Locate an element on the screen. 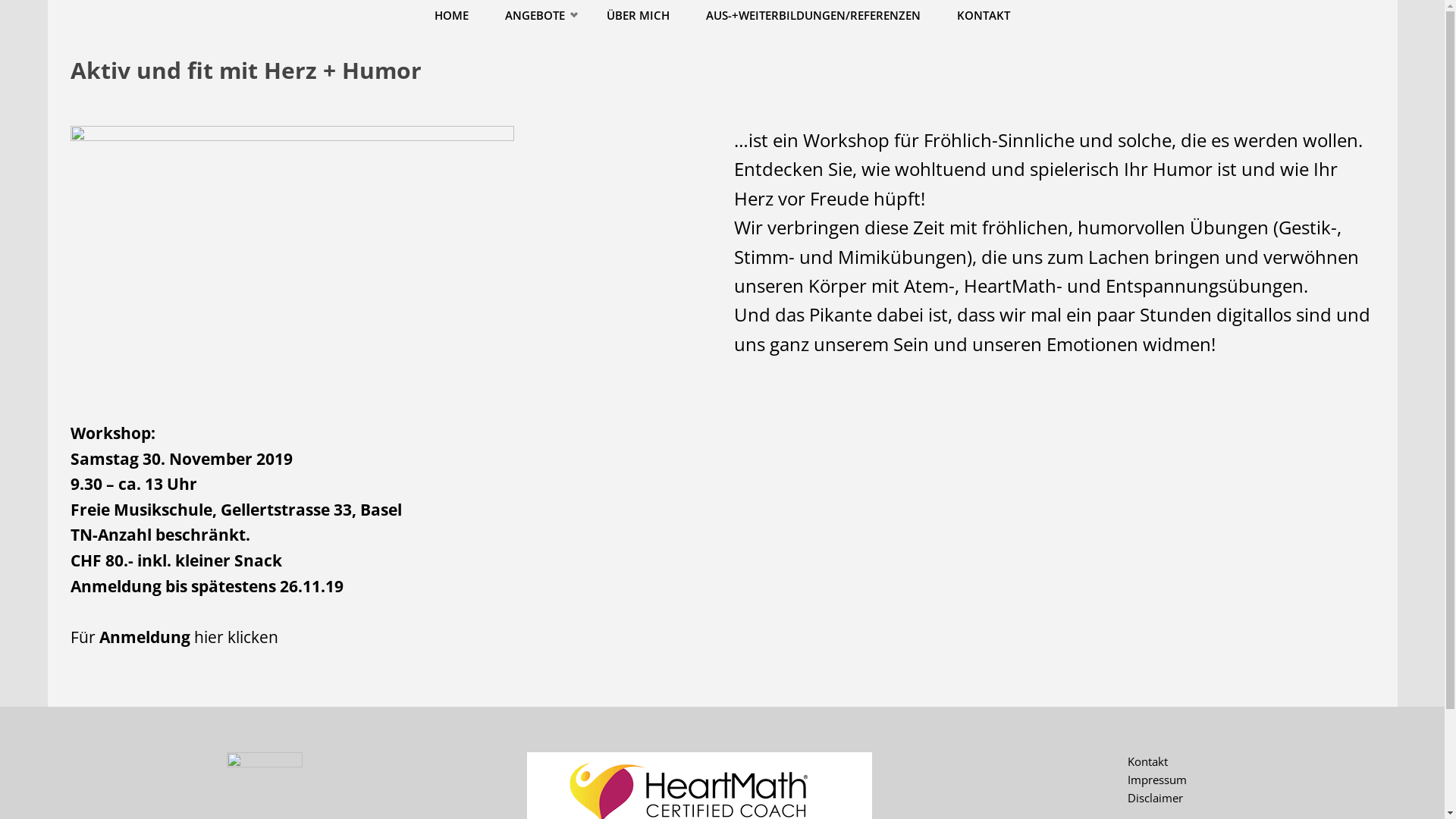 Image resolution: width=1456 pixels, height=819 pixels. 'hier klicken' is located at coordinates (235, 637).